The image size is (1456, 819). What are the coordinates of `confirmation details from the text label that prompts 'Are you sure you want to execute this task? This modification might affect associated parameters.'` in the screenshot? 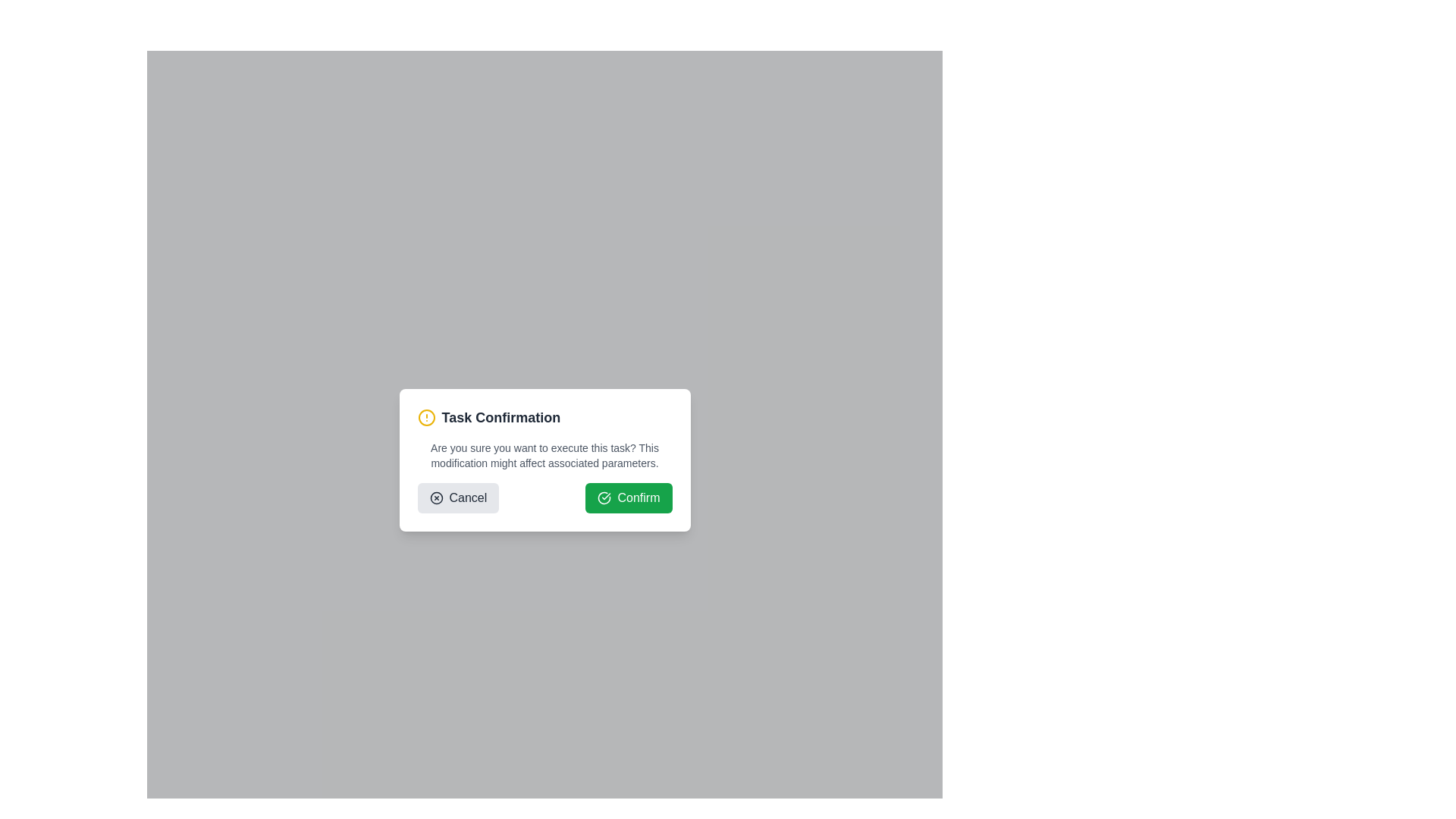 It's located at (544, 455).